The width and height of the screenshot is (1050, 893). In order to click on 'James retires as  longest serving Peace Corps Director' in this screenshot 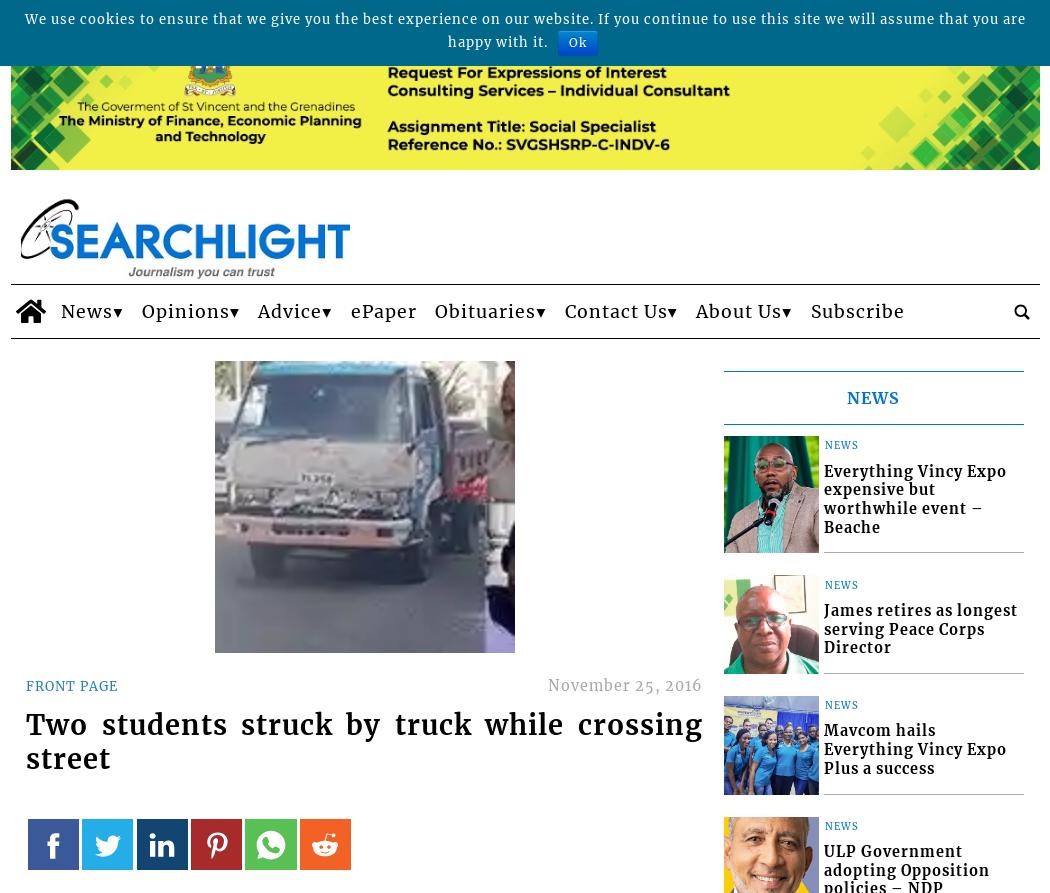, I will do `click(920, 629)`.